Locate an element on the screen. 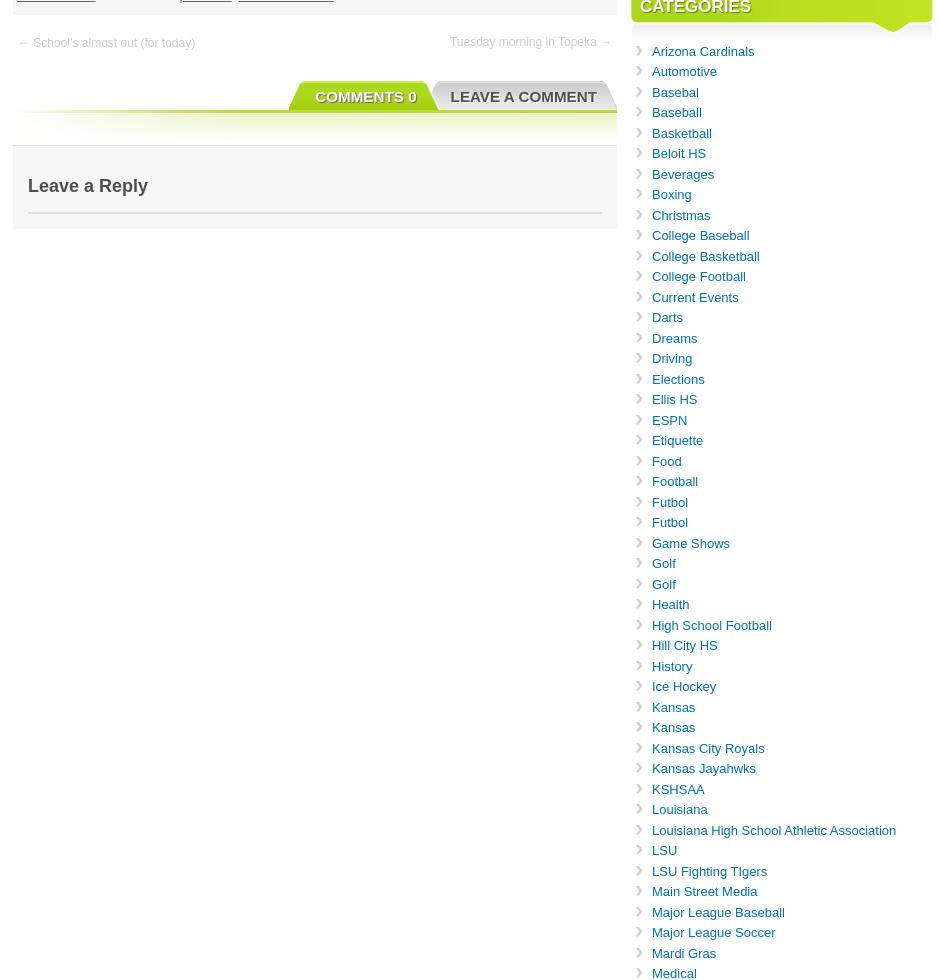 This screenshot has height=980, width=940. 'Driving' is located at coordinates (671, 358).